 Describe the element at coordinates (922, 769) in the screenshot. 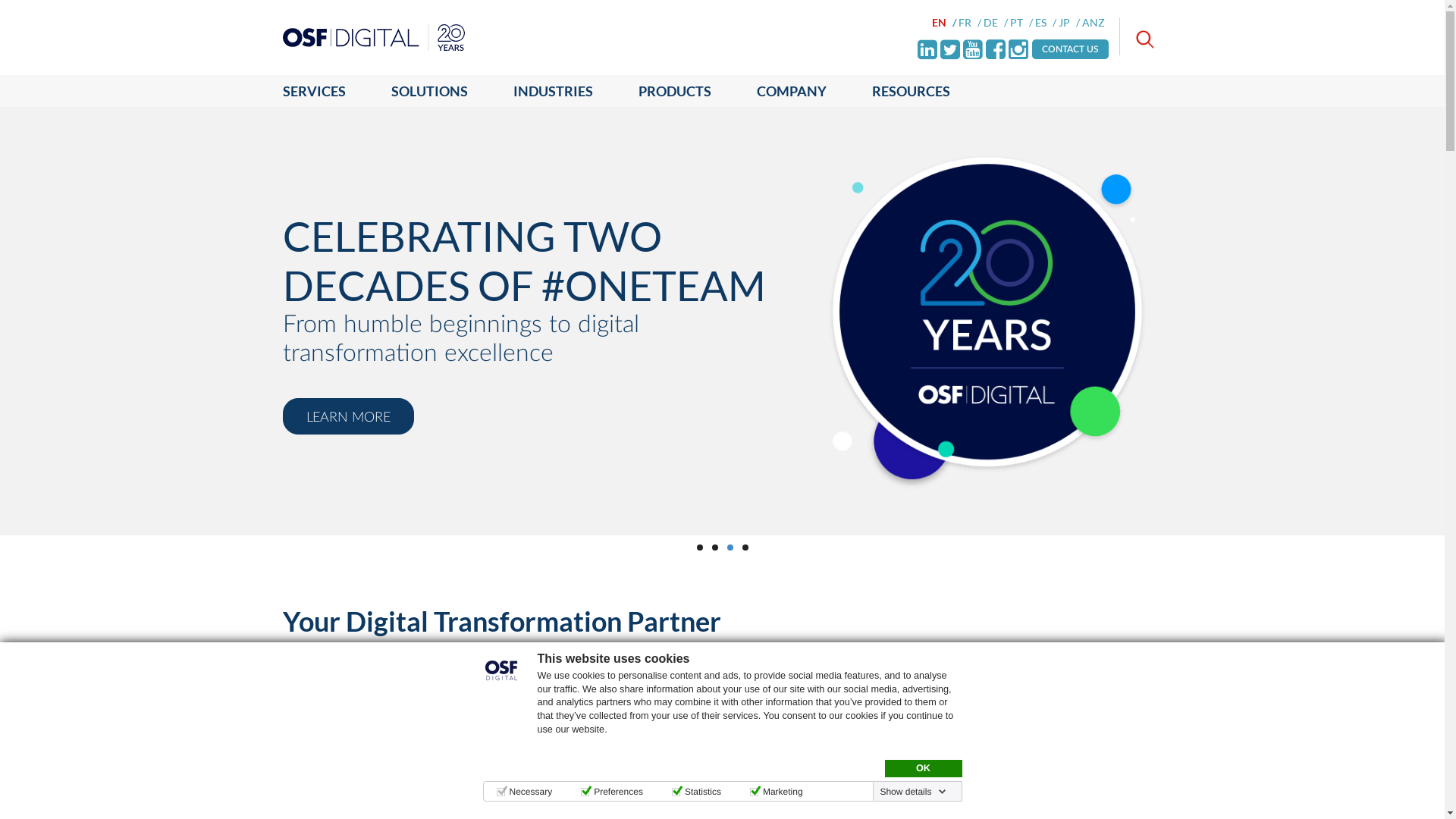

I see `'OK'` at that location.